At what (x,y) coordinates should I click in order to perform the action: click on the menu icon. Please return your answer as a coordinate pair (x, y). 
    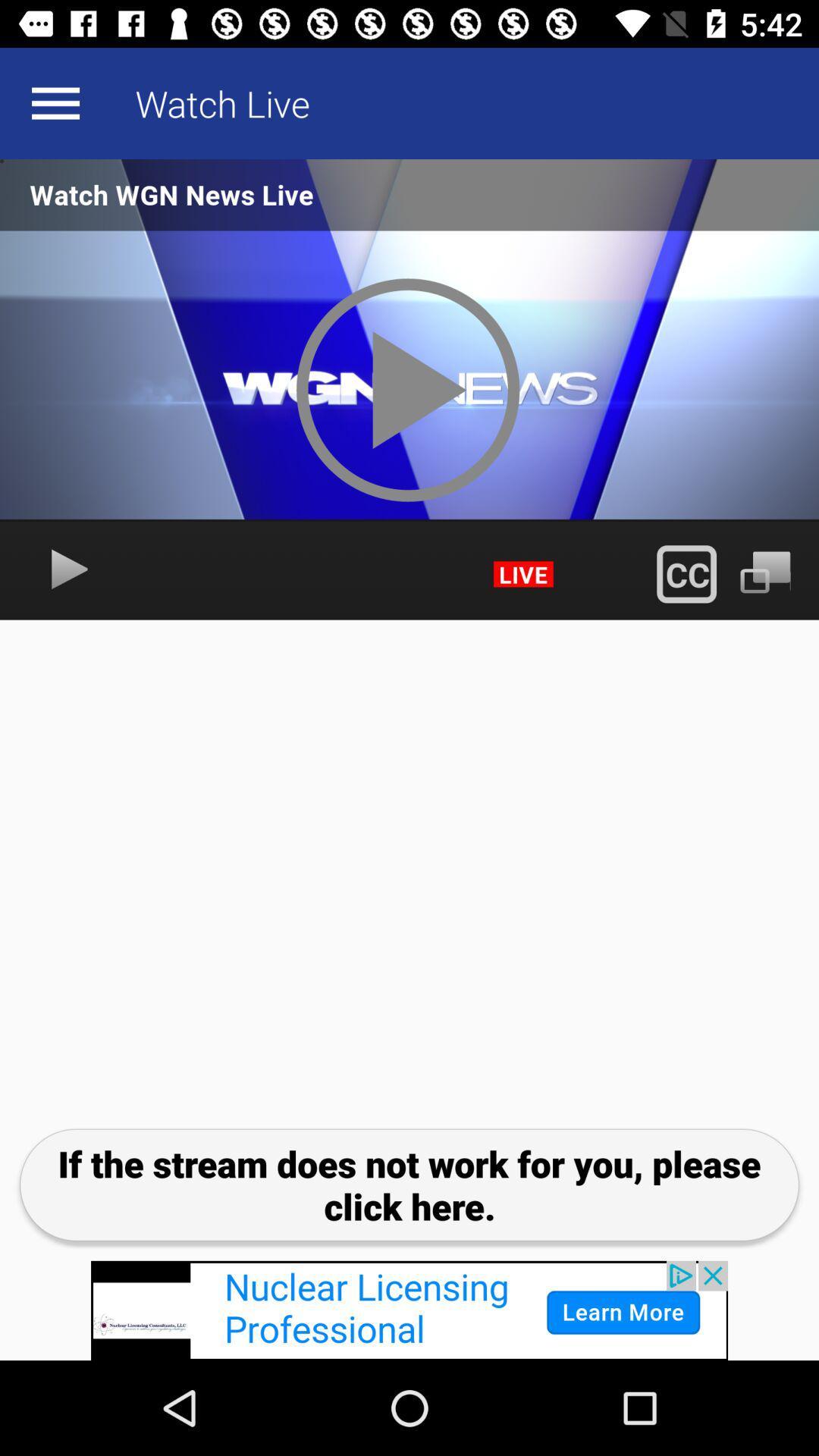
    Looking at the image, I should click on (55, 102).